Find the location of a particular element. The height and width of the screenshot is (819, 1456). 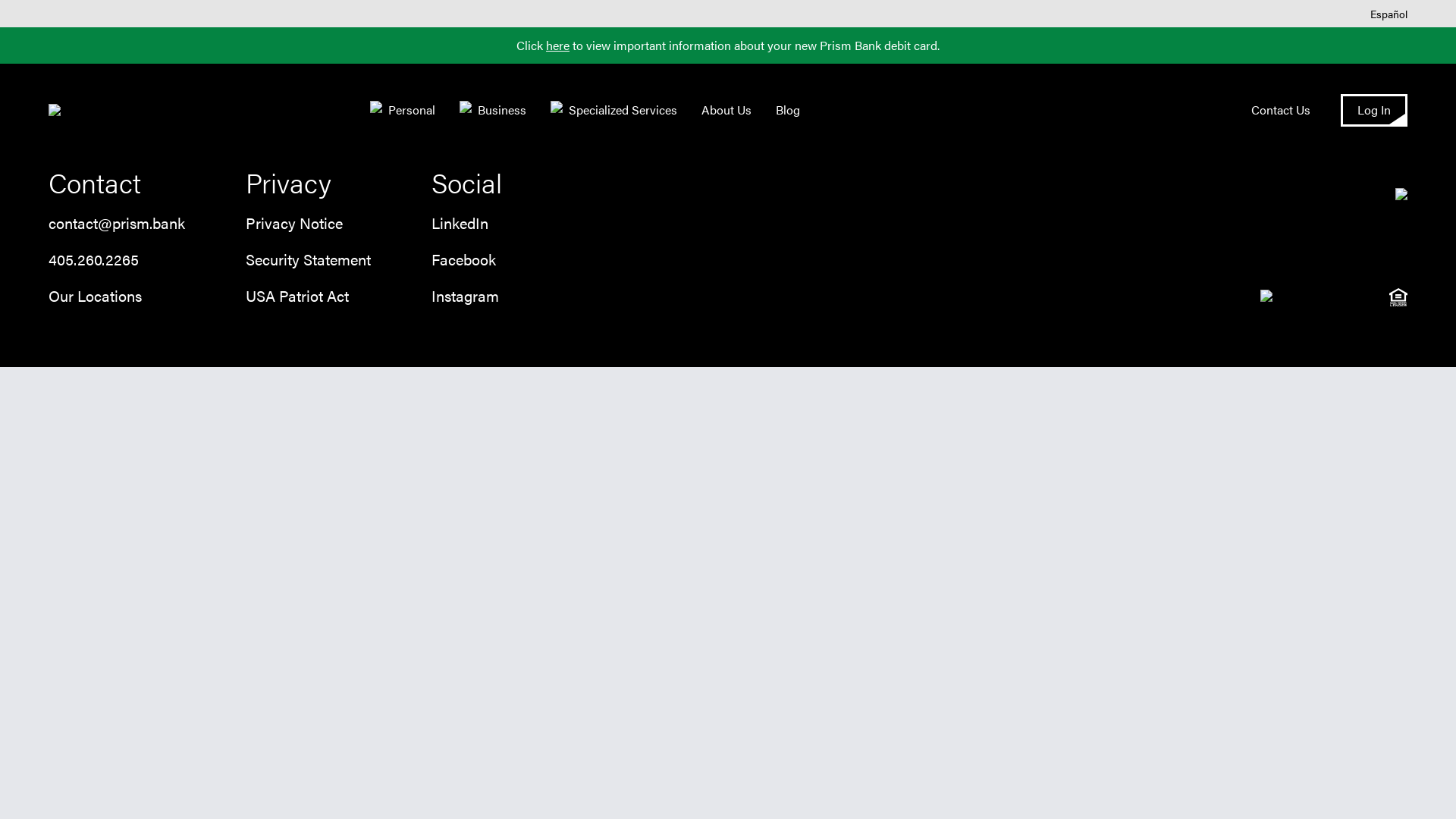

'Privacy Notice' is located at coordinates (294, 222).